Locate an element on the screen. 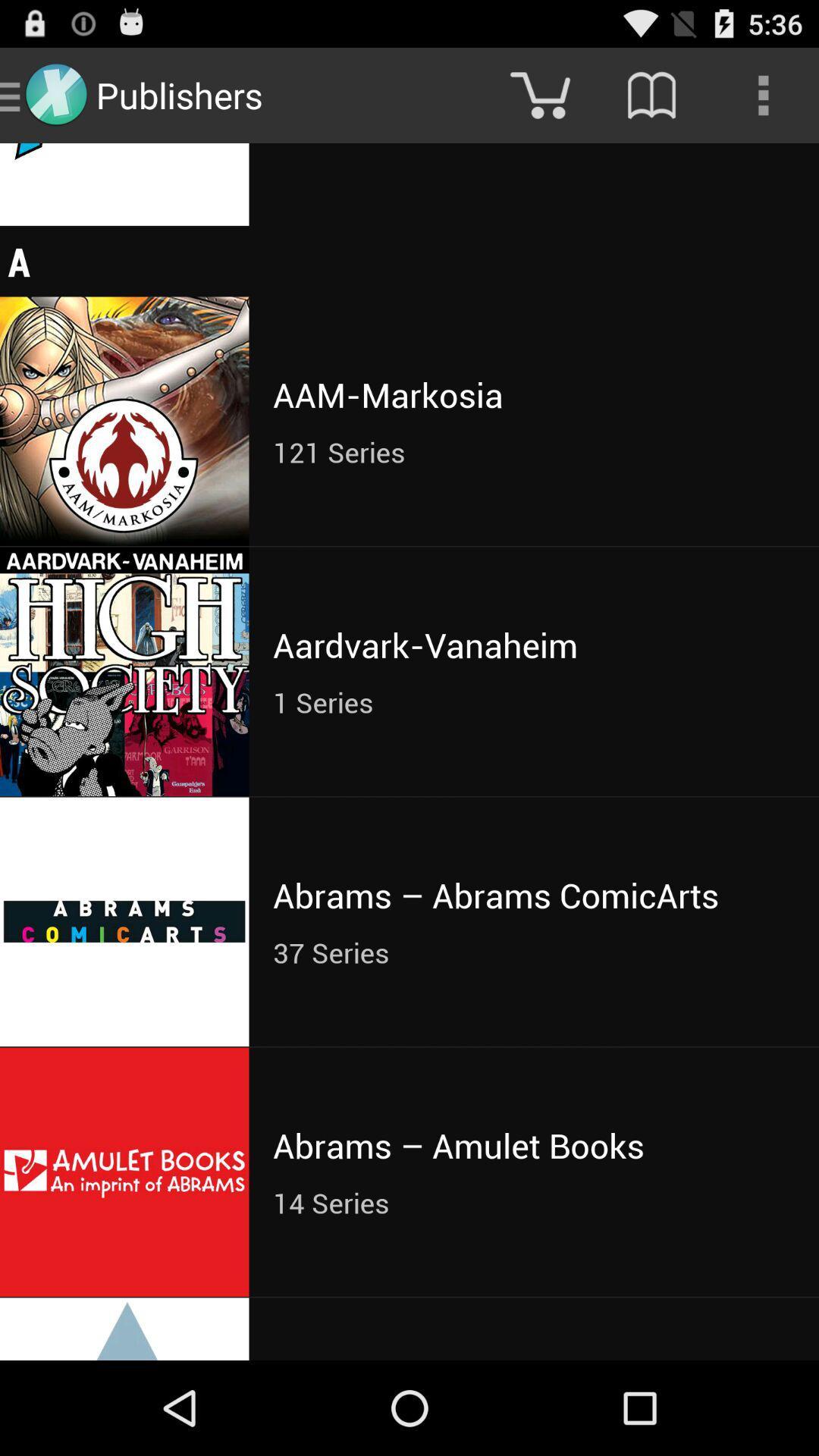  the 16 series is located at coordinates (533, 146).